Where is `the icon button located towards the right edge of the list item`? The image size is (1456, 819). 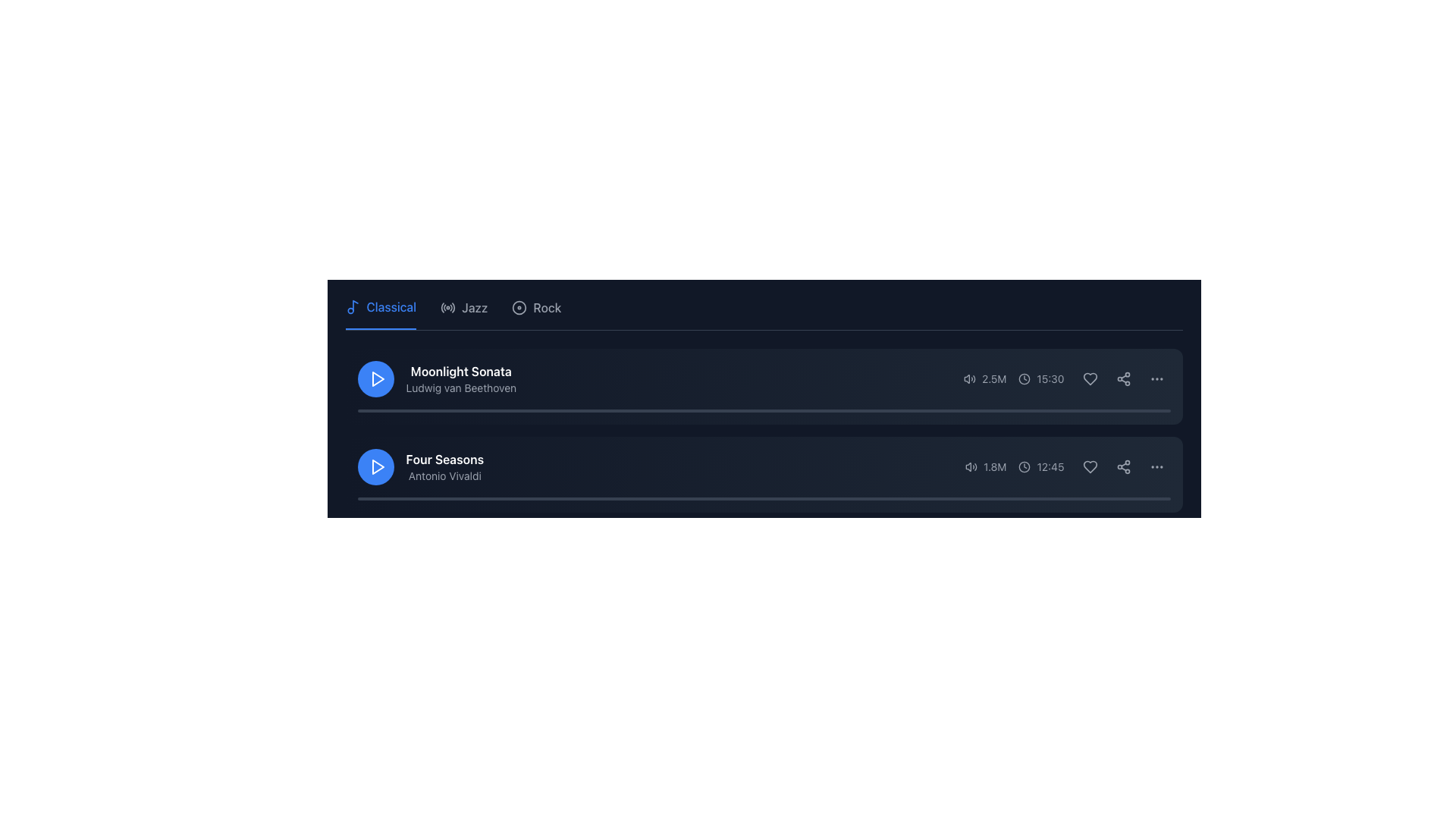 the icon button located towards the right edge of the list item is located at coordinates (1156, 378).